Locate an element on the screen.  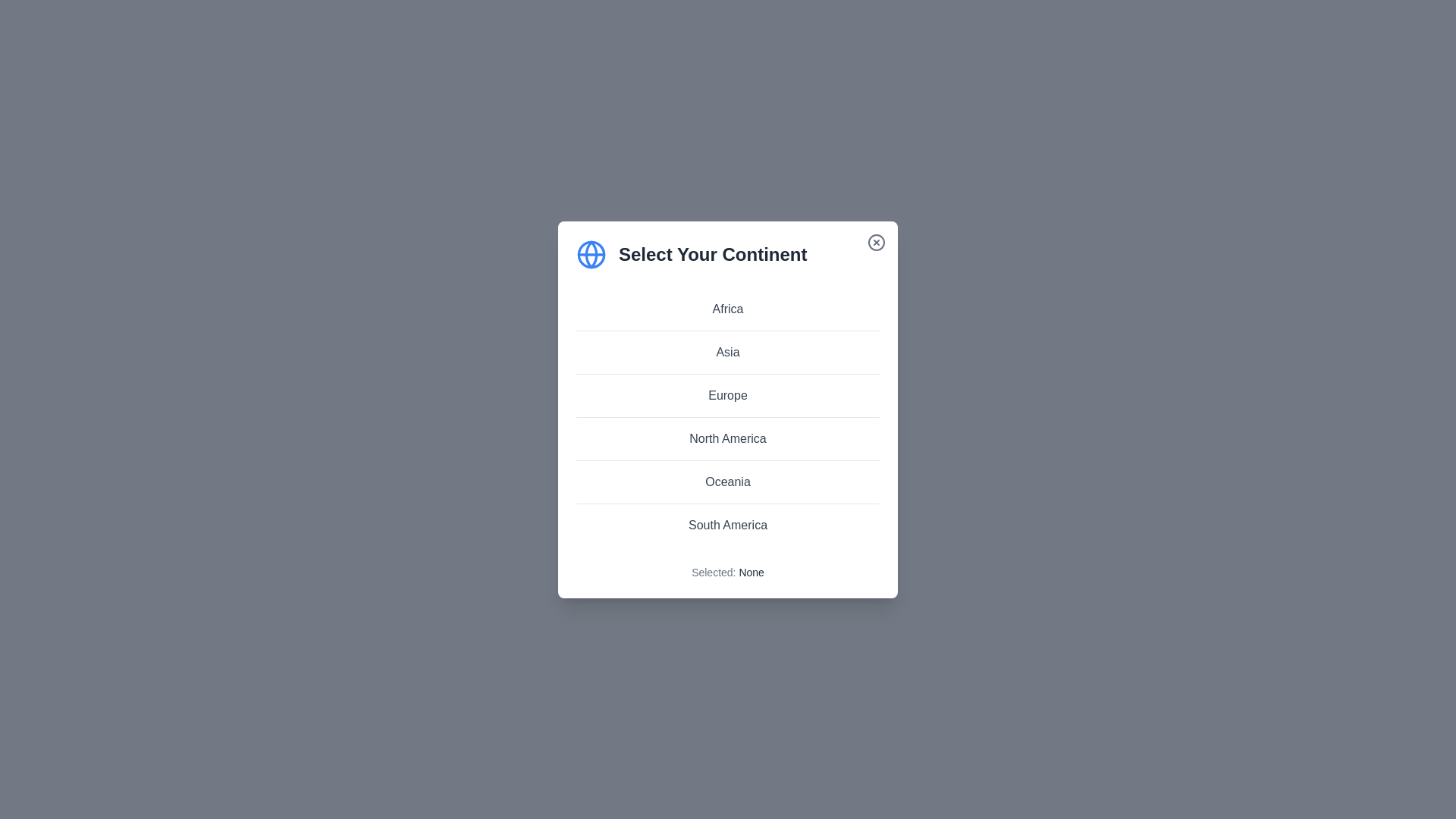
close button to close the dialog is located at coordinates (877, 241).